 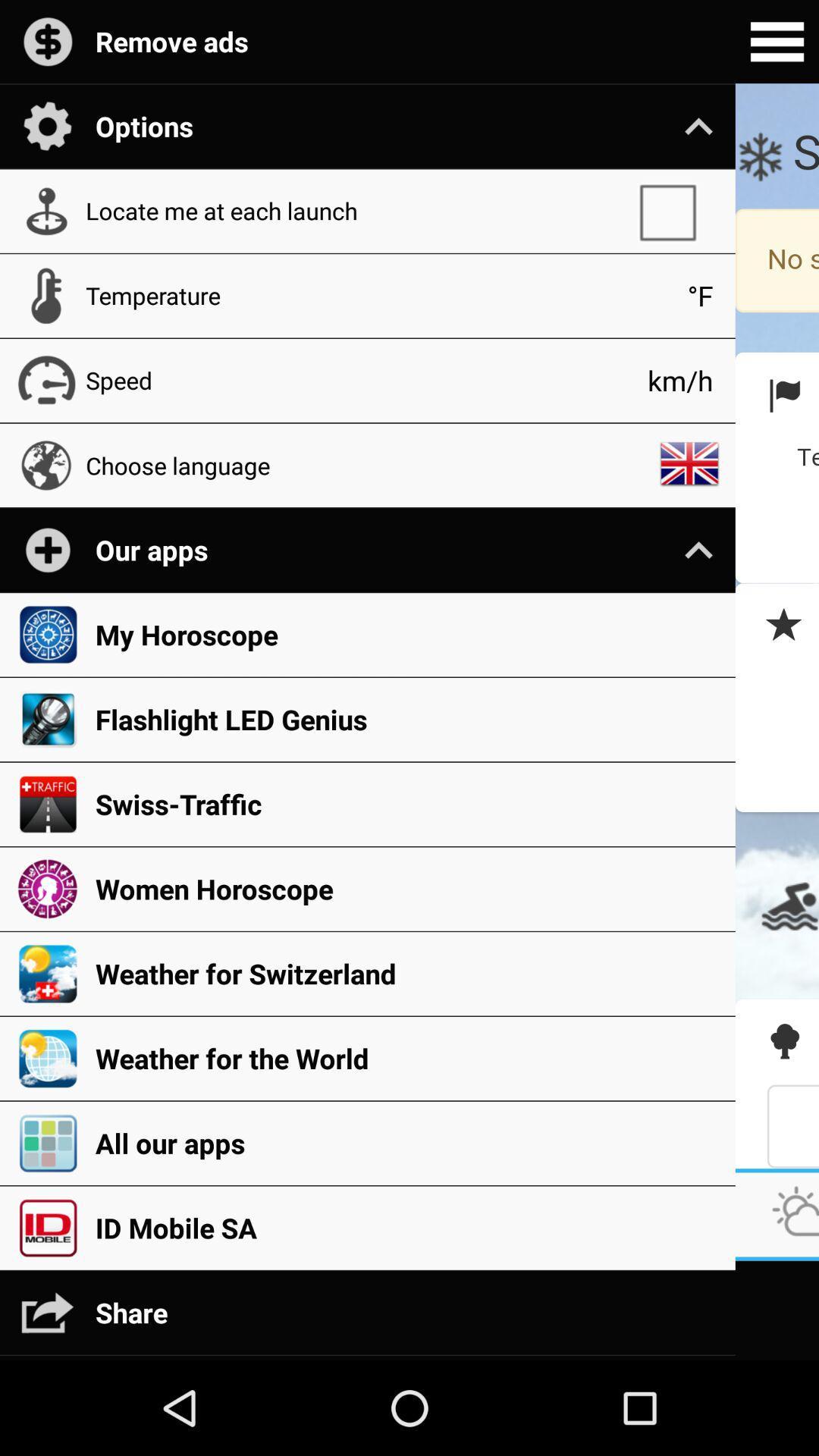 I want to click on id mobile sa item, so click(x=406, y=1228).